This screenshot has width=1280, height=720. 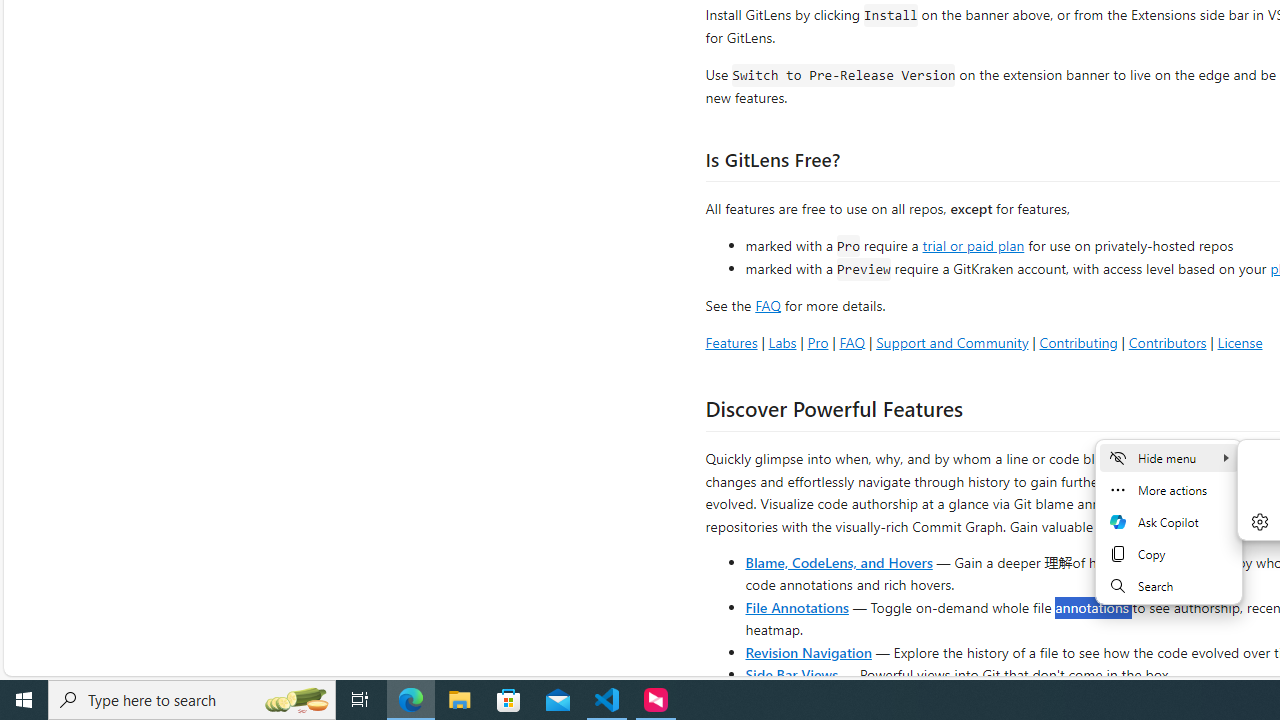 I want to click on 'Blame, CodeLens, and Hovers', so click(x=839, y=561).